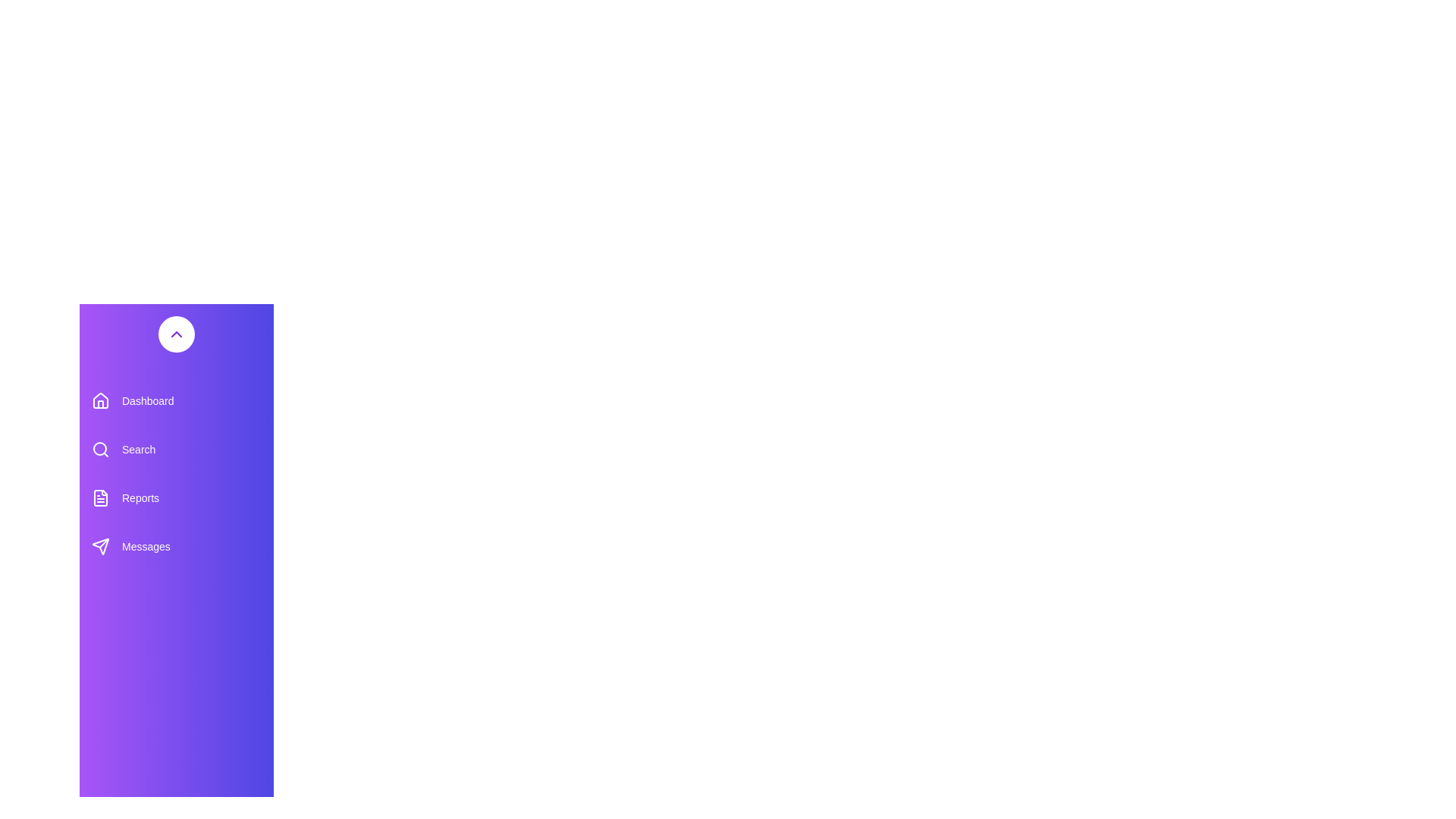 This screenshot has width=1456, height=819. What do you see at coordinates (177, 449) in the screenshot?
I see `the navigation button located below the 'Dashboard' item and above the 'Reports' item in the vertical menu` at bounding box center [177, 449].